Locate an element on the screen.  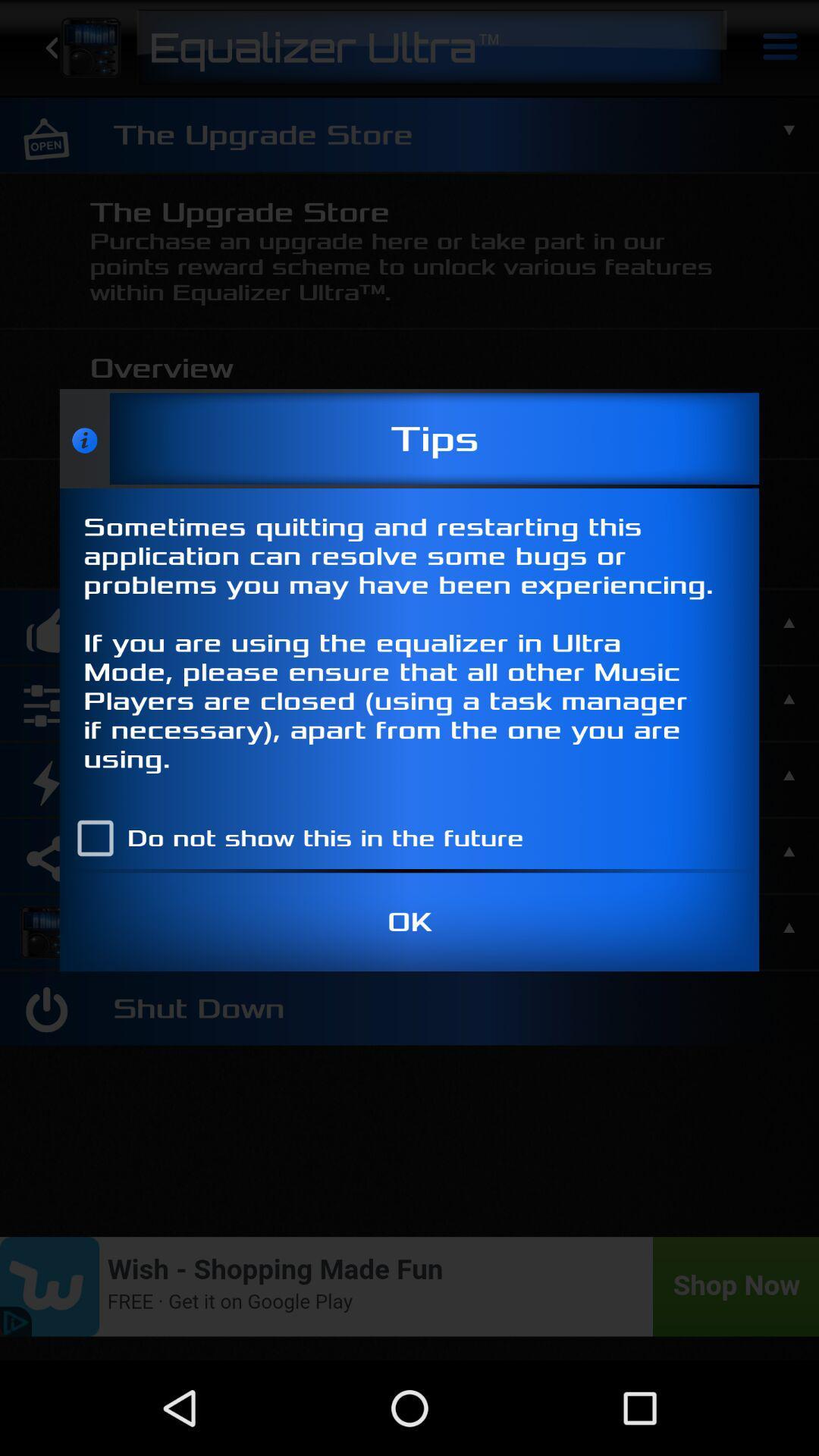
icon below the tips item is located at coordinates (409, 648).